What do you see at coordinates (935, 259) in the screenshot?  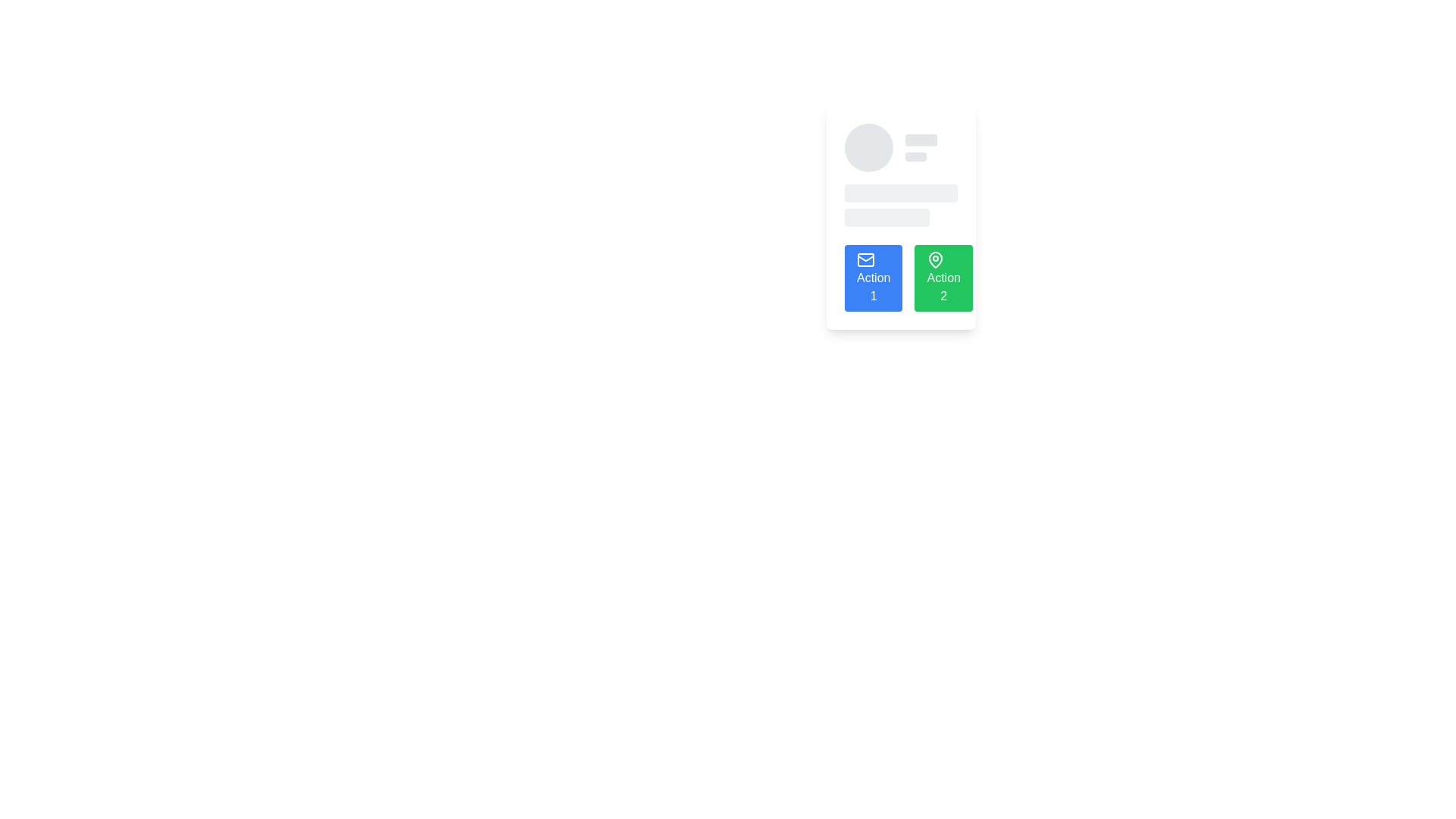 I see `SVG graphic icon depicting a map pin located within the 'Action 2' button in the bottom right of the card layout to view its properties` at bounding box center [935, 259].